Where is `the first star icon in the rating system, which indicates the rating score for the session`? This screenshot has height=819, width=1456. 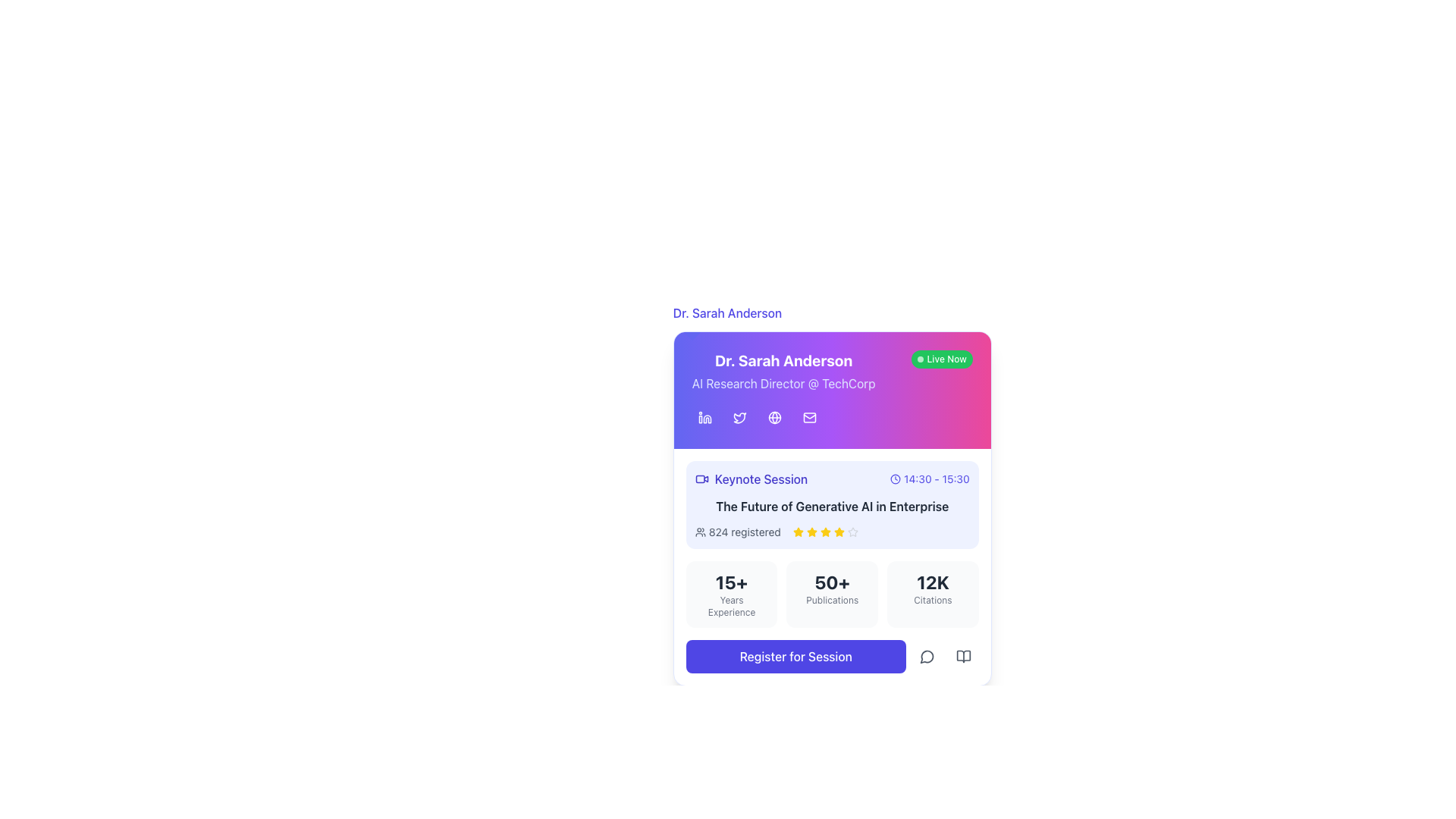 the first star icon in the rating system, which indicates the rating score for the session is located at coordinates (797, 532).